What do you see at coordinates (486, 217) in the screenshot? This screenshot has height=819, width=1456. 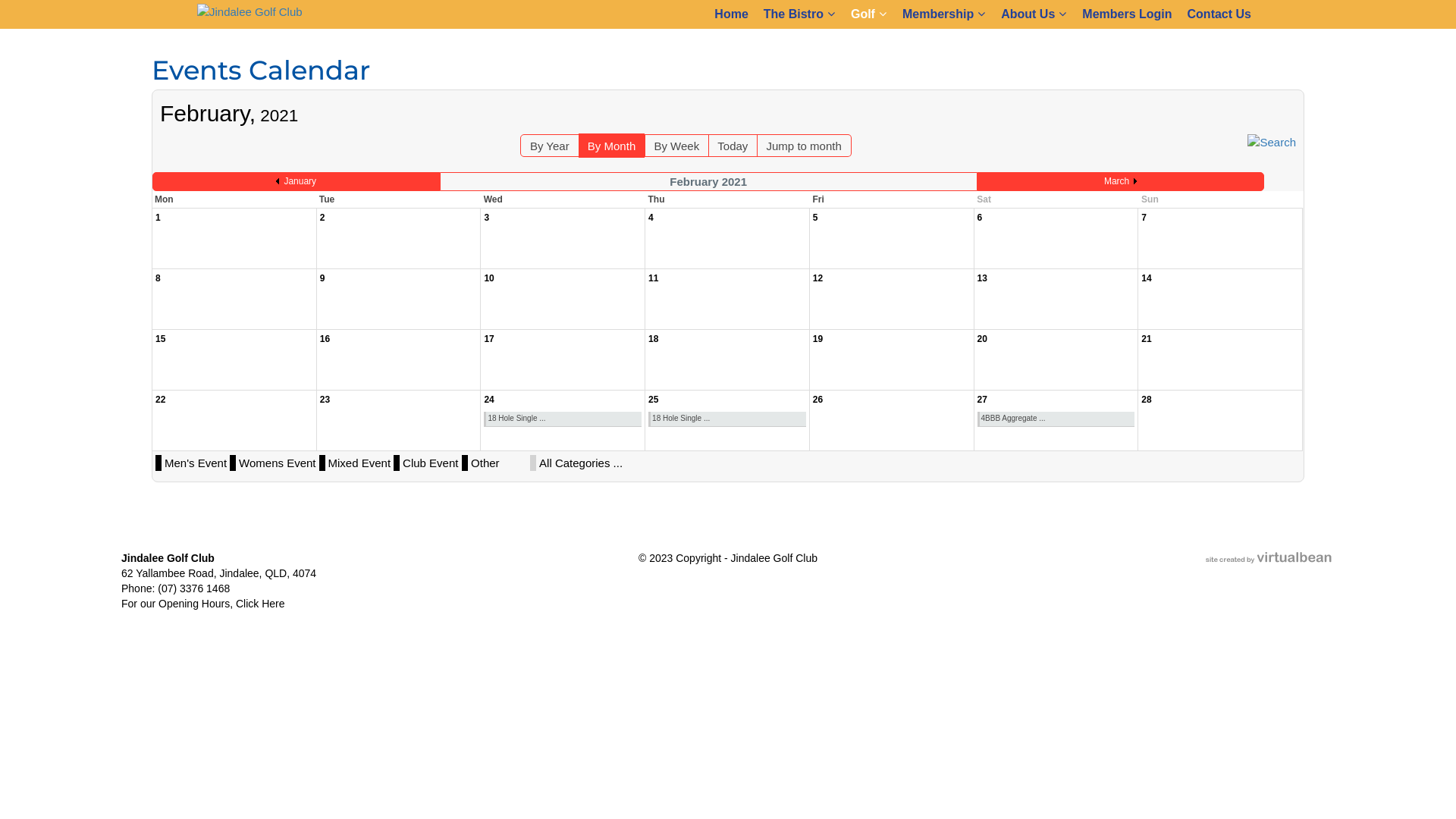 I see `'3'` at bounding box center [486, 217].